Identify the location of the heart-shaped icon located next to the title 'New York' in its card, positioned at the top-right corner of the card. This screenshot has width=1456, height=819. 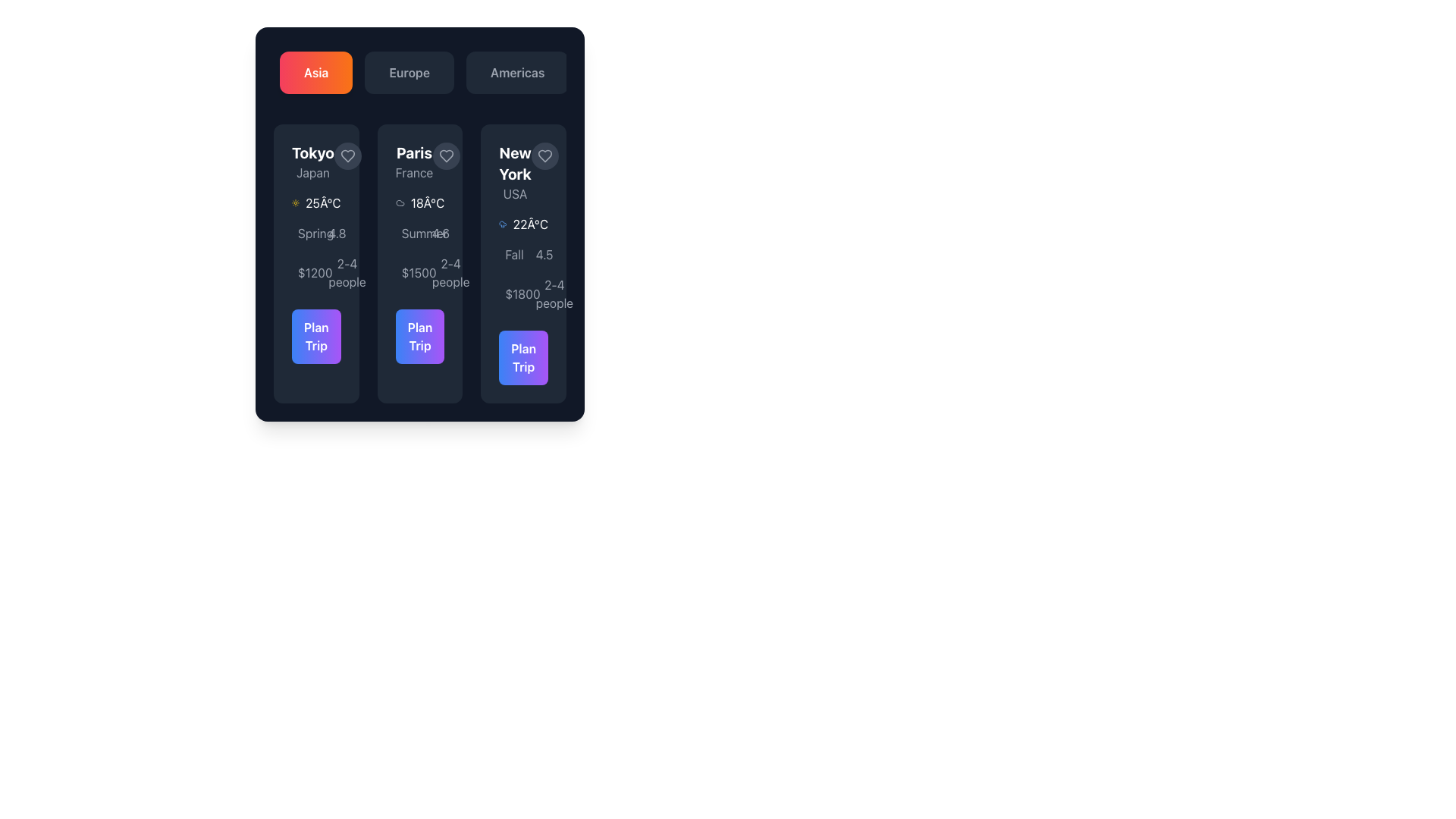
(544, 155).